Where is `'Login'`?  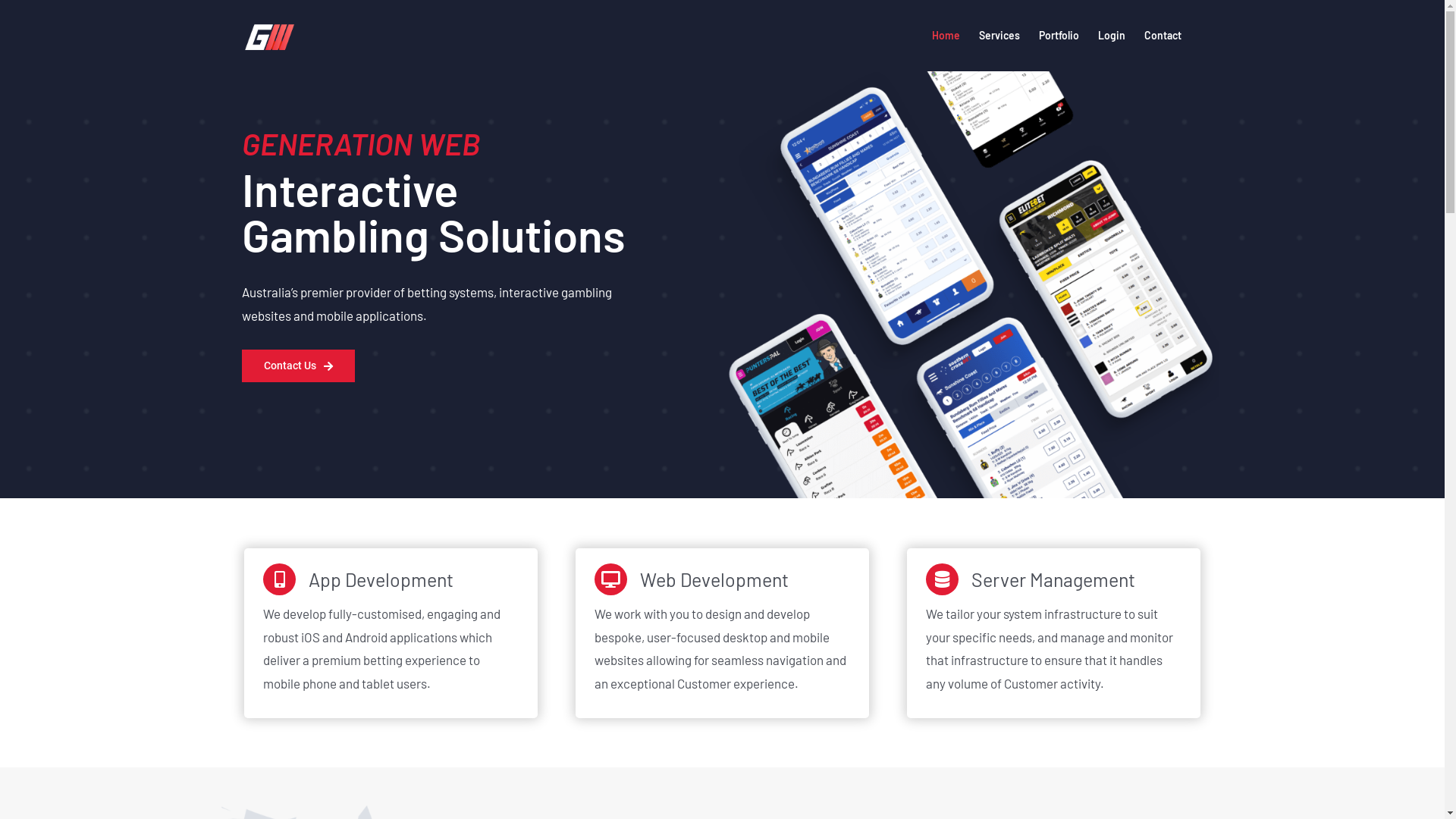
'Login' is located at coordinates (1111, 34).